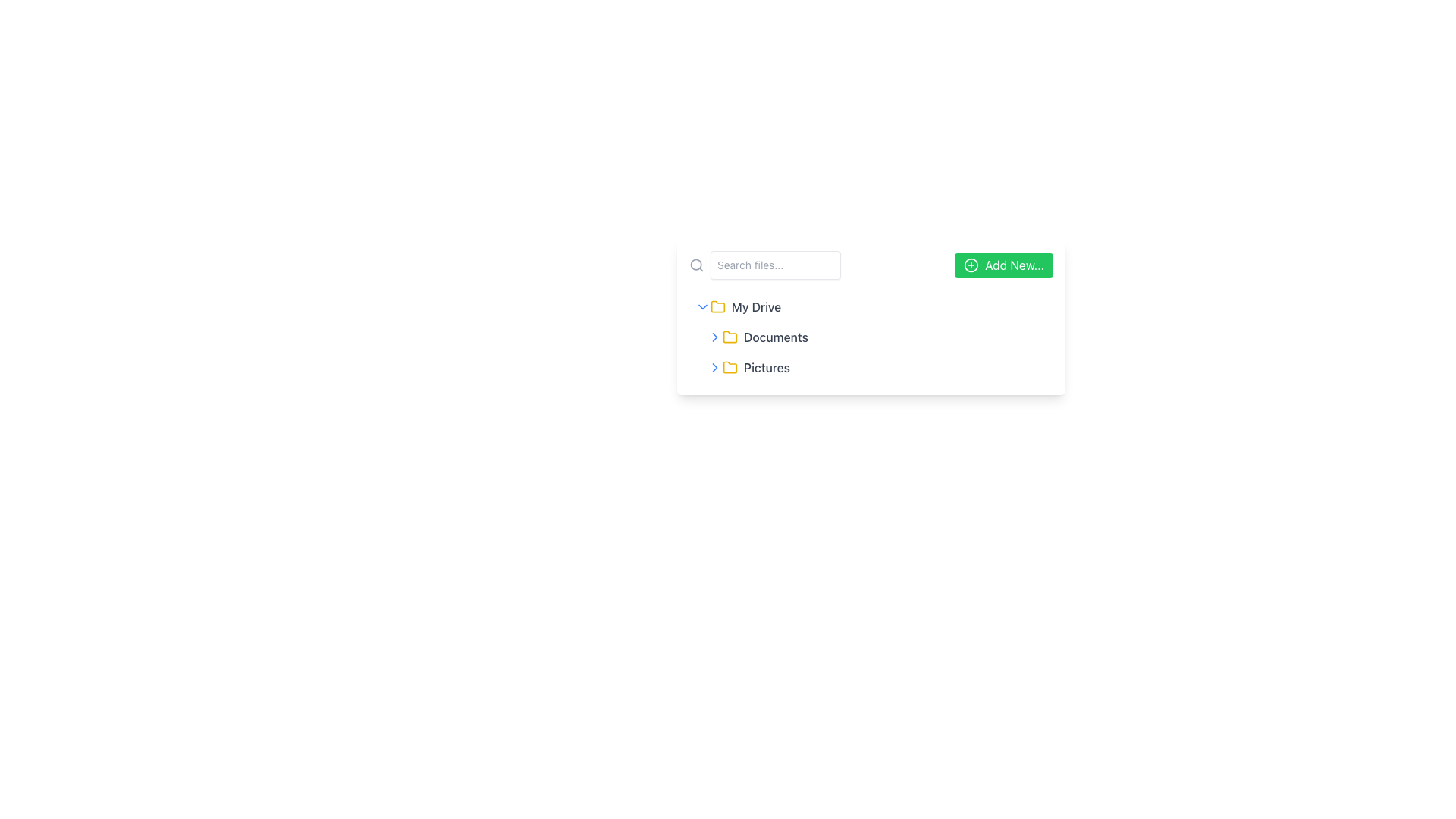 This screenshot has height=819, width=1456. Describe the element at coordinates (695, 264) in the screenshot. I see `the circular lens component of the magnifying glass icon adjacent to the search input field` at that location.